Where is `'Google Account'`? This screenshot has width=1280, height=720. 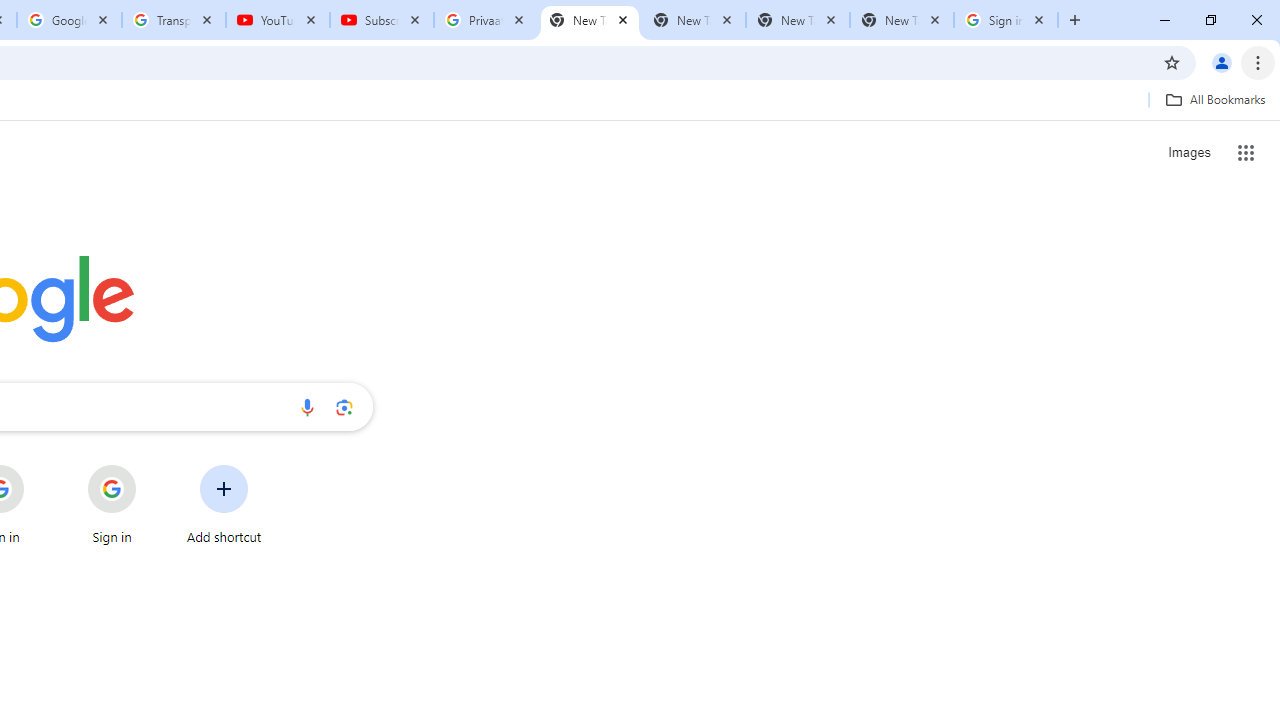 'Google Account' is located at coordinates (69, 20).